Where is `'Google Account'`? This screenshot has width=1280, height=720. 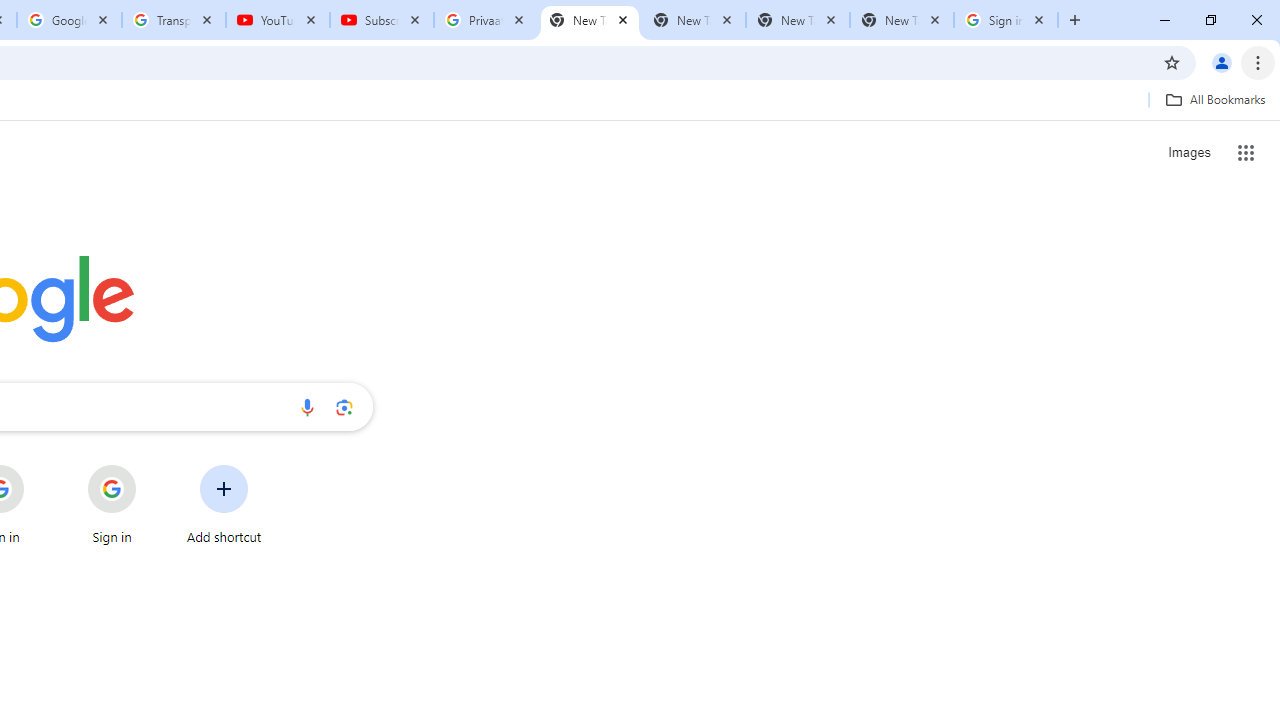 'Google Account' is located at coordinates (69, 20).